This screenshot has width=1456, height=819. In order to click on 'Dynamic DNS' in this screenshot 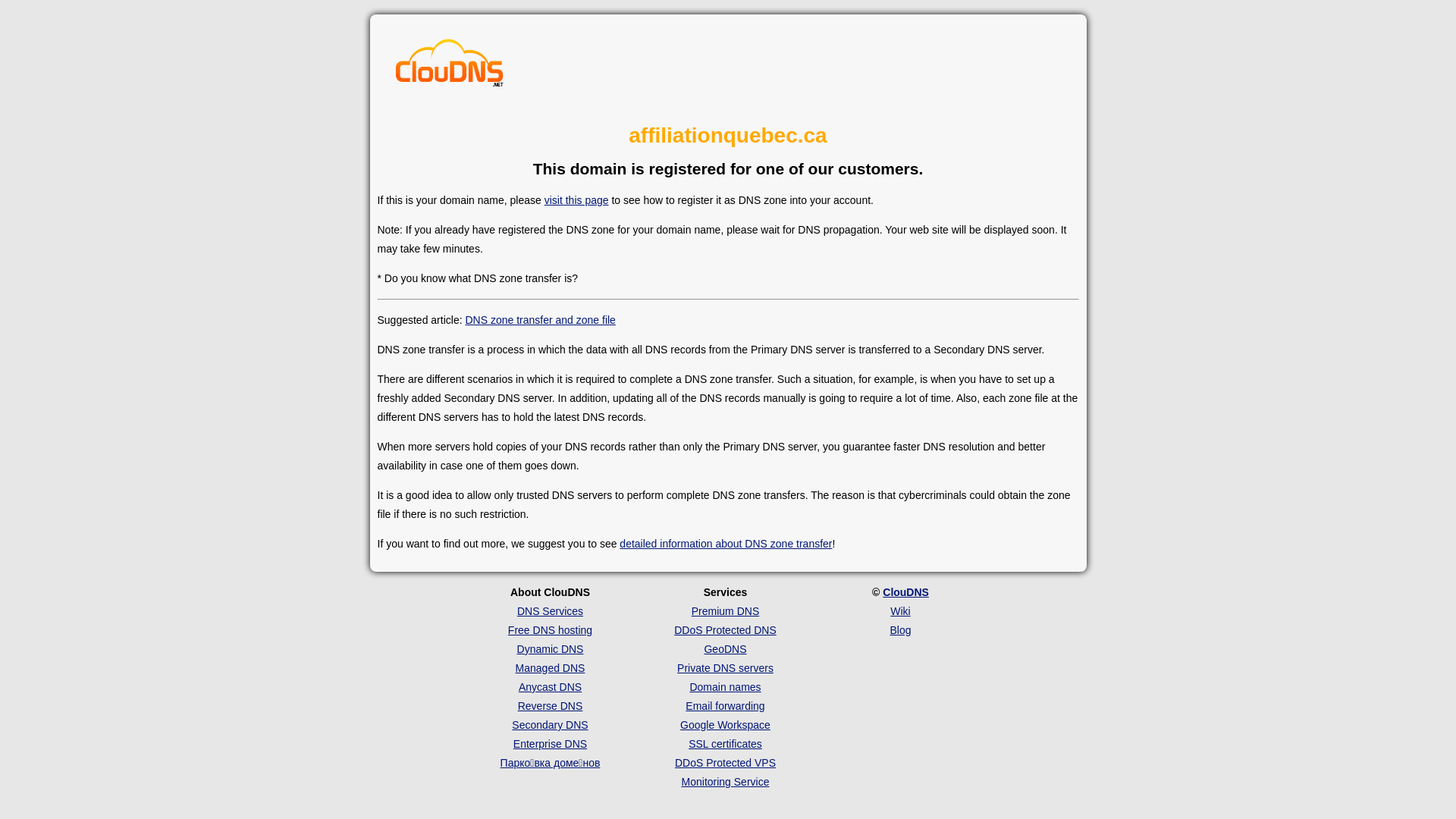, I will do `click(549, 648)`.